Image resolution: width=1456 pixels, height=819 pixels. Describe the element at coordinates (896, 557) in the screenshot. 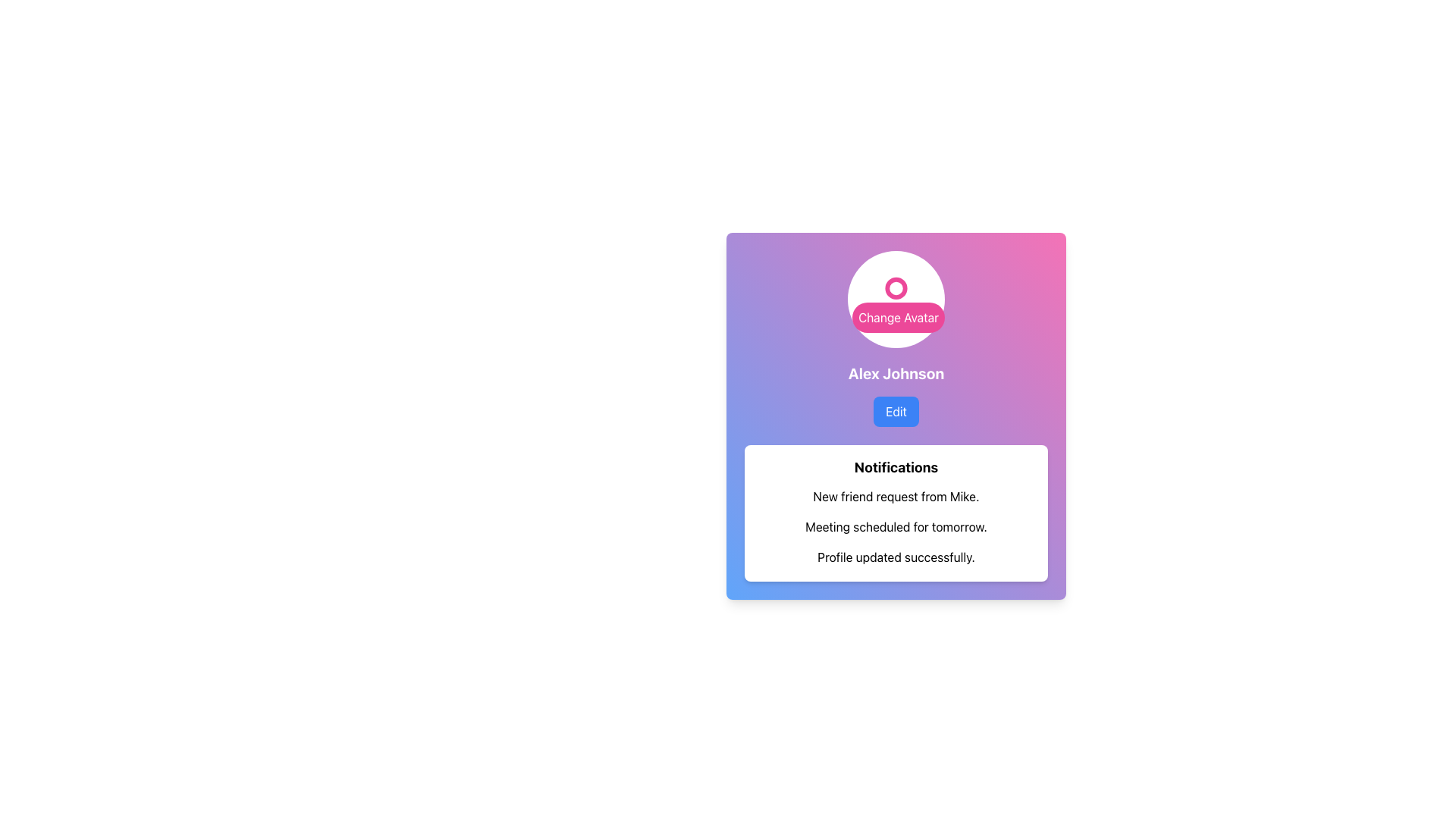

I see `text label that says 'Profile updated successfully.' which is the third notification in a vertical stack of notifications` at that location.